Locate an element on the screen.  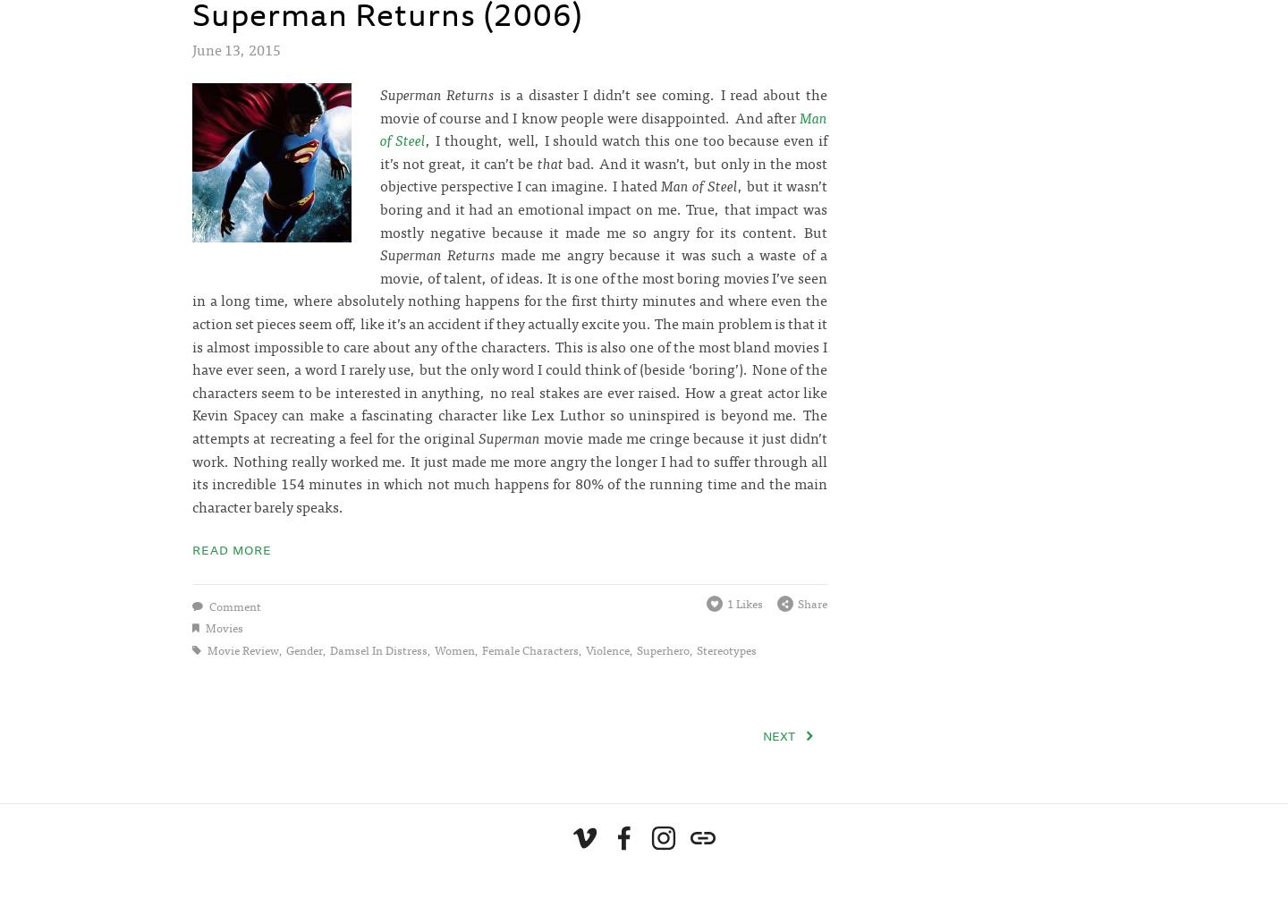
'is a disaster I didn’t see coming. I read about the movie of course and I know people were disappointed. And after' is located at coordinates (603, 105).